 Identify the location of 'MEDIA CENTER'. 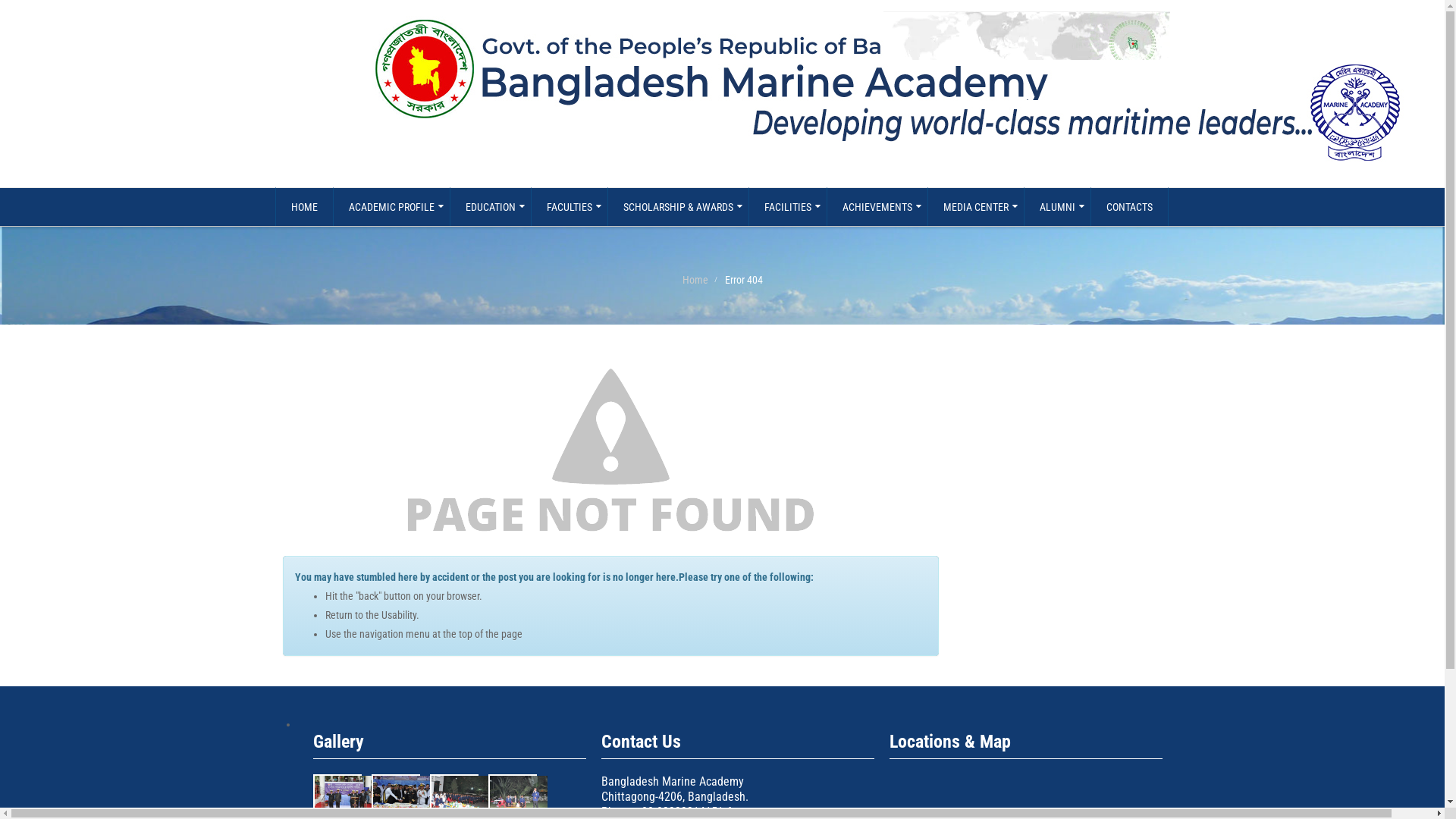
(975, 207).